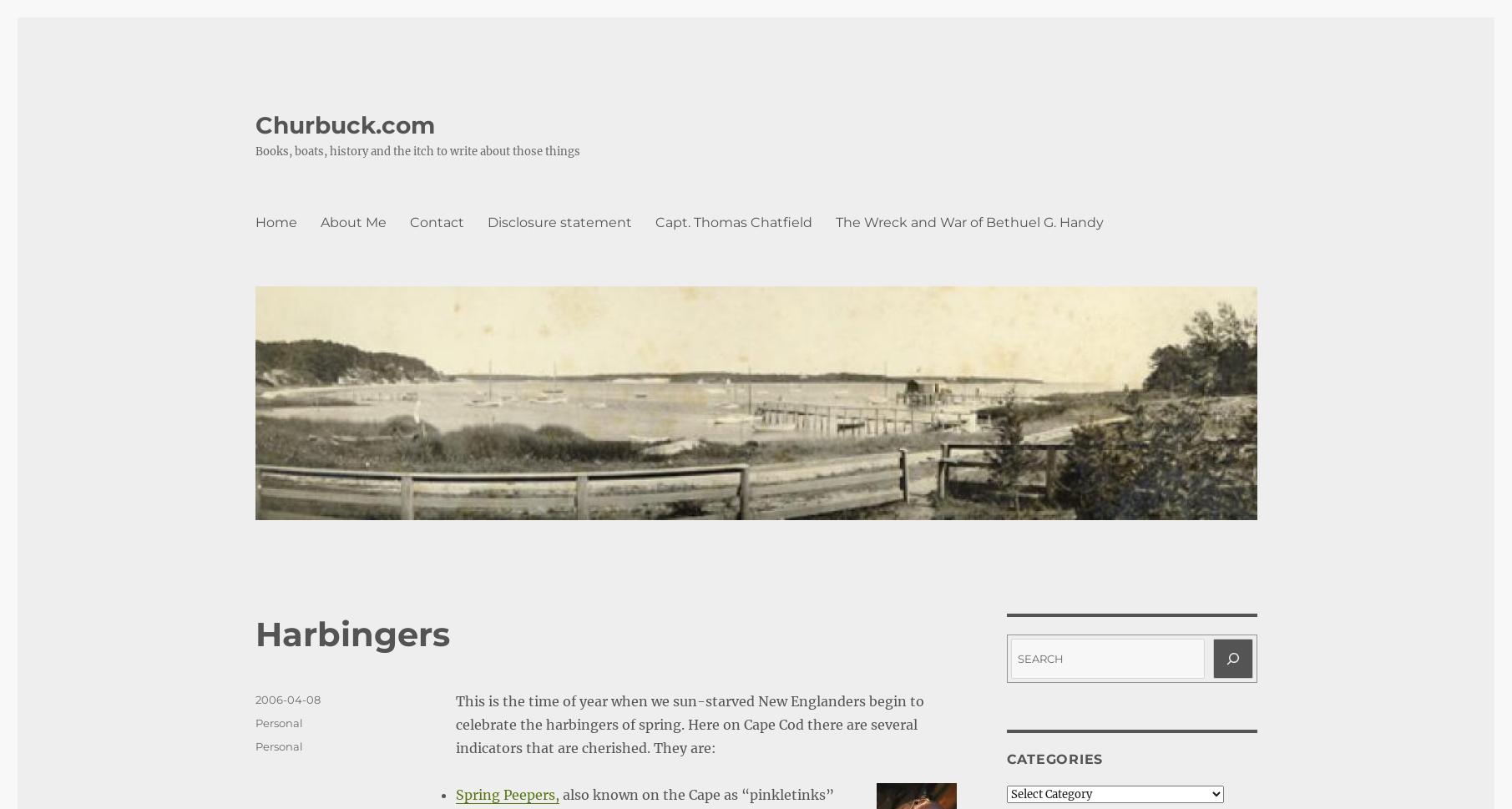  I want to click on 'Oldest', so click(1081, 109).